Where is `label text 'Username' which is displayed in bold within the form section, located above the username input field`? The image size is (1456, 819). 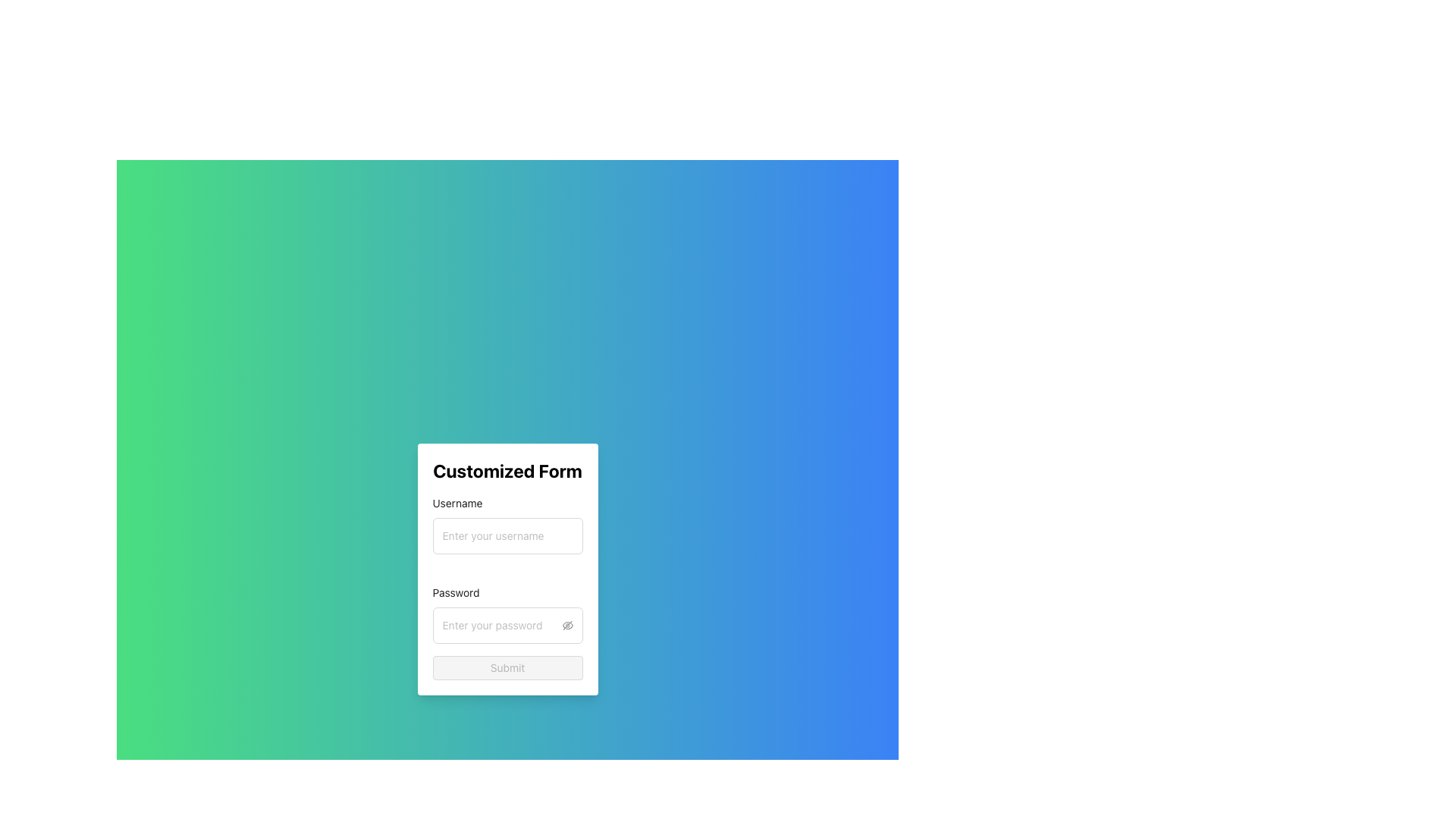
label text 'Username' which is displayed in bold within the form section, located above the username input field is located at coordinates (462, 503).